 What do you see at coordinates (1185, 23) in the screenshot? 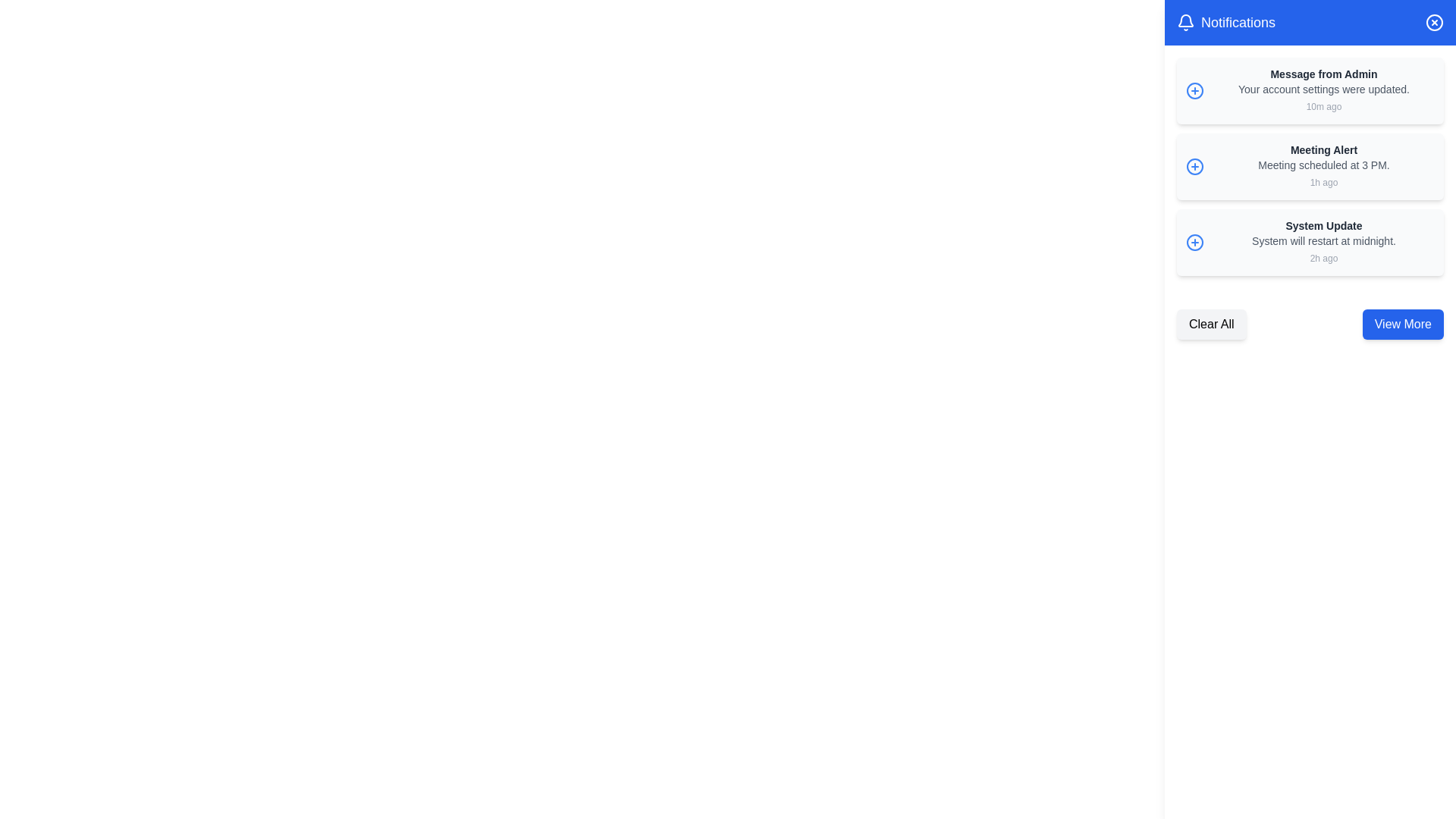
I see `the notification bell icon located at the top-left corner of the blue header bar in the notification panel, which represents notifications` at bounding box center [1185, 23].